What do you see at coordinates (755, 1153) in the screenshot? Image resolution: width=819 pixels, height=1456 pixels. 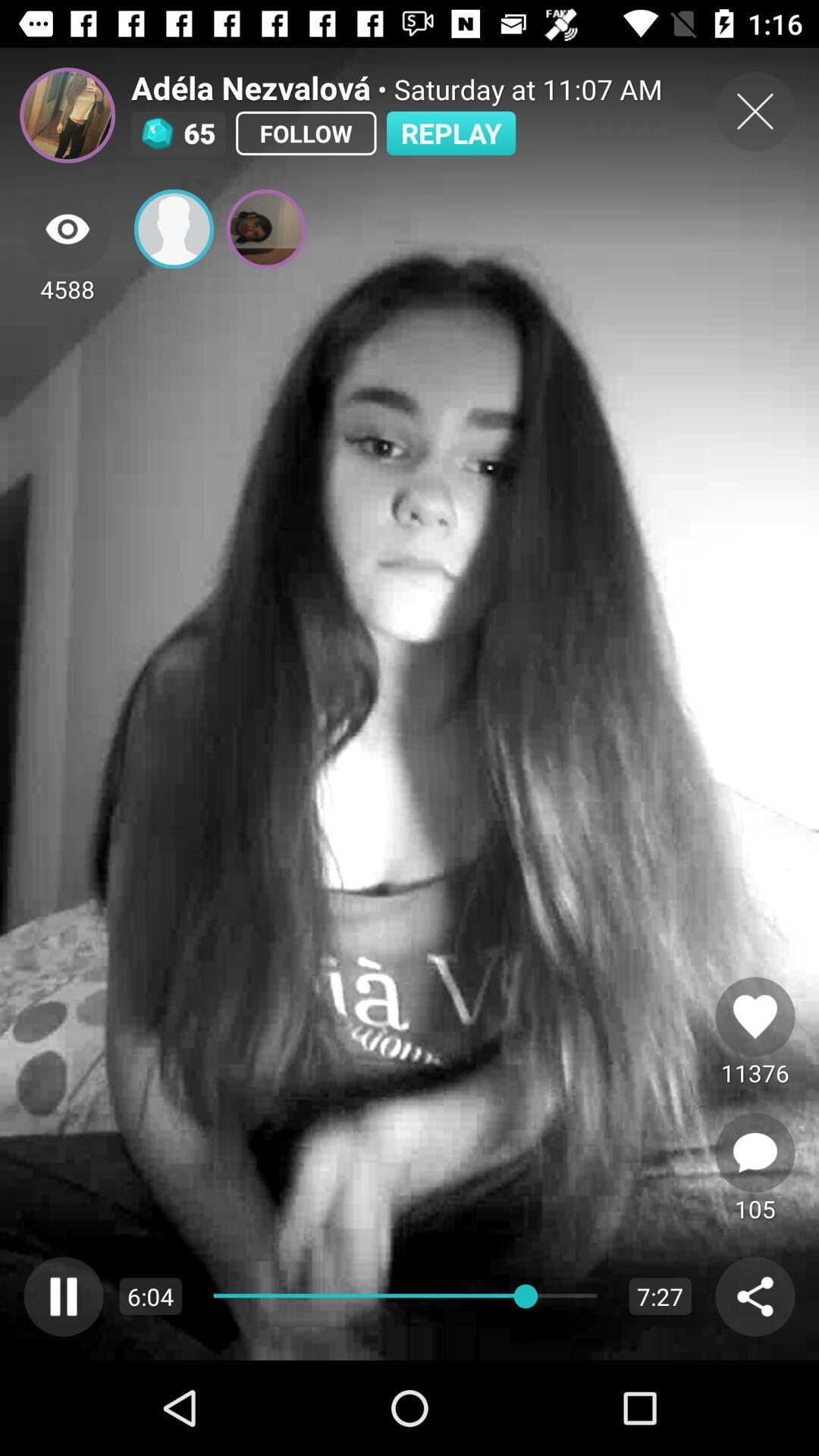 I see `commant` at bounding box center [755, 1153].